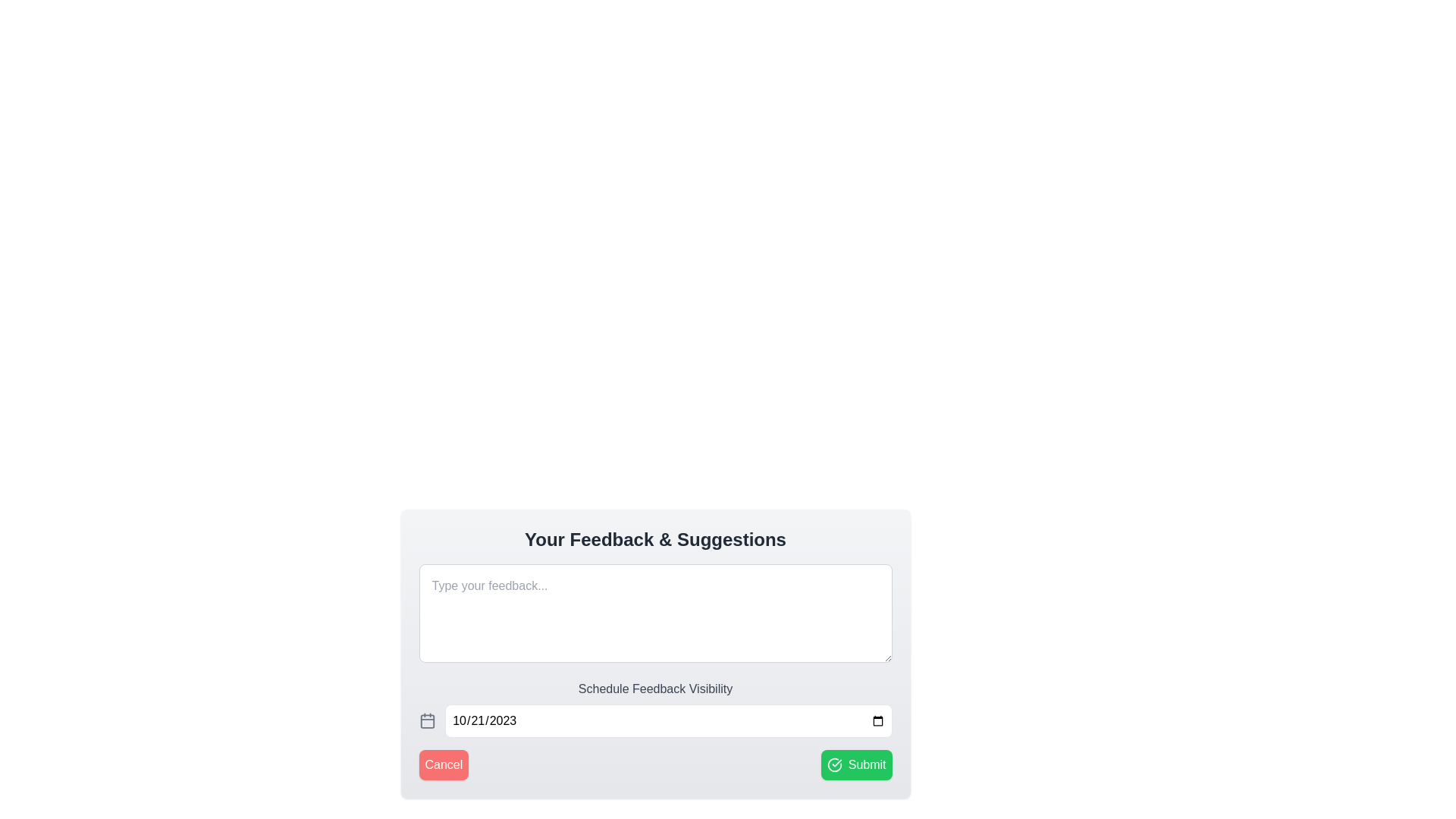 The width and height of the screenshot is (1456, 819). I want to click on the confirmation icon located at the right-most position of the 'Submit' button, which symbolizes approval, so click(833, 765).